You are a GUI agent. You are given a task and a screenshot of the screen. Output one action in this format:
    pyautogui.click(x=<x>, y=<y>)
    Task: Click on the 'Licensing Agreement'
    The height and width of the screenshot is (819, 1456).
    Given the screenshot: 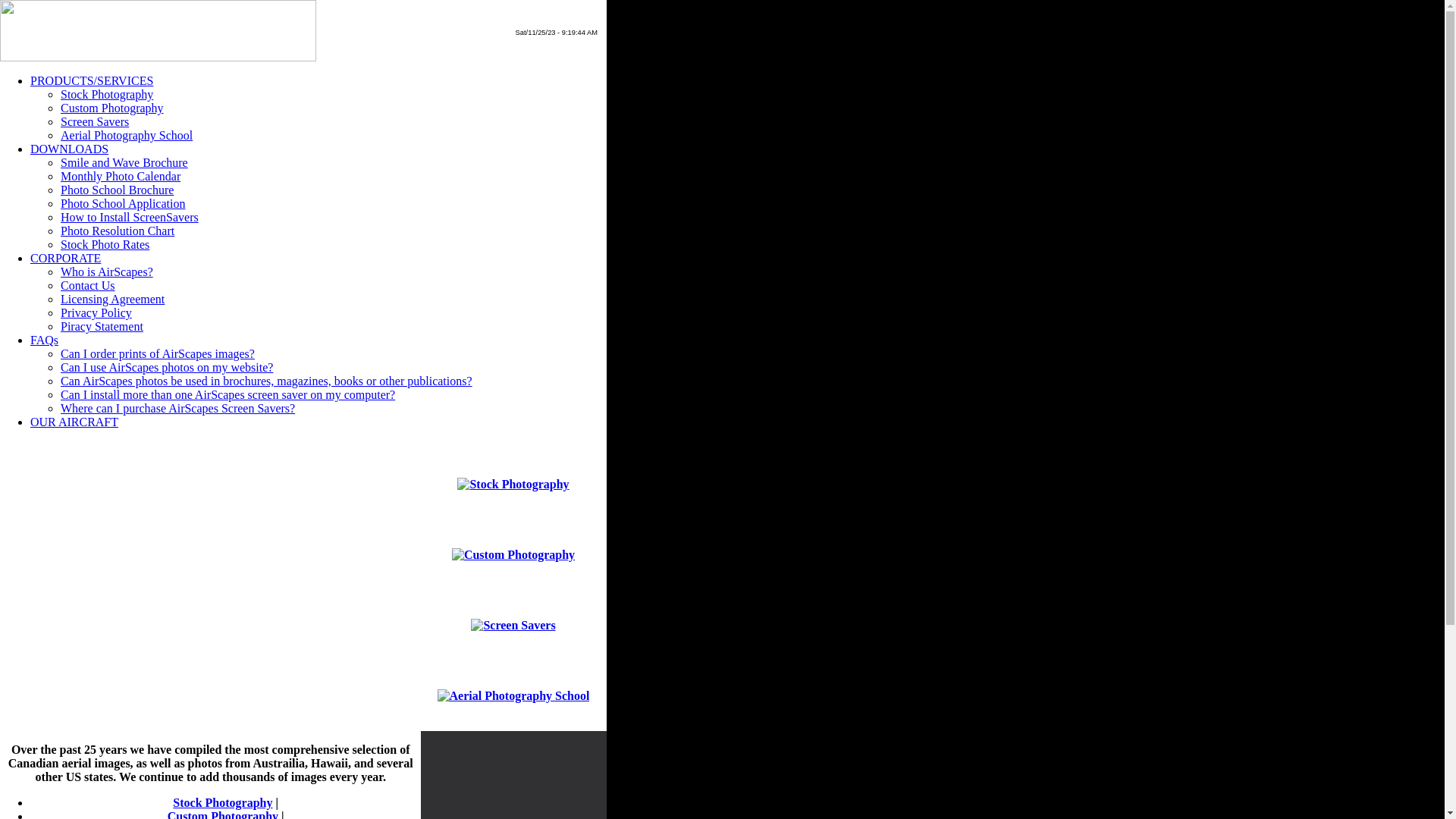 What is the action you would take?
    pyautogui.click(x=111, y=299)
    